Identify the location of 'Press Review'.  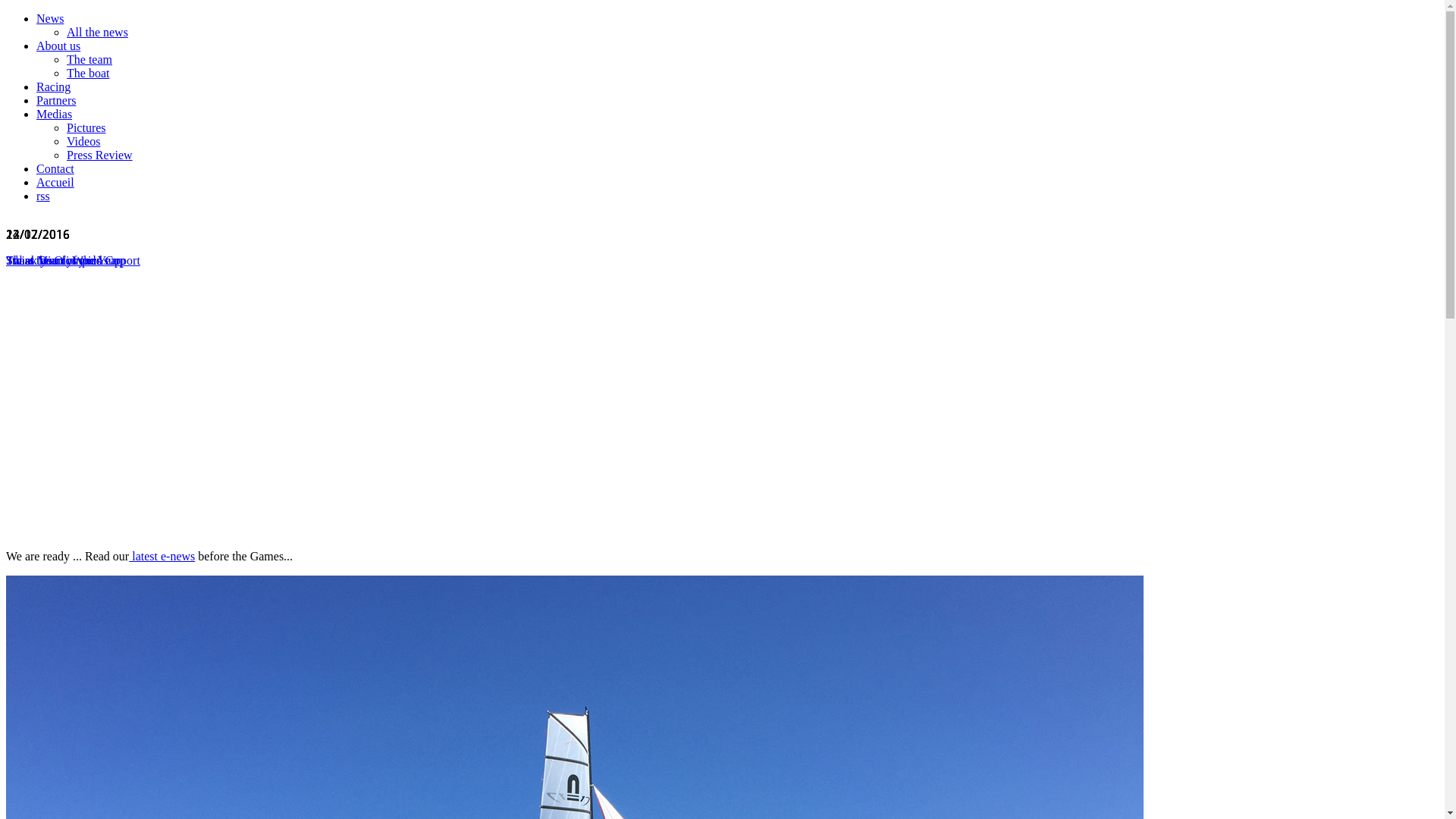
(99, 155).